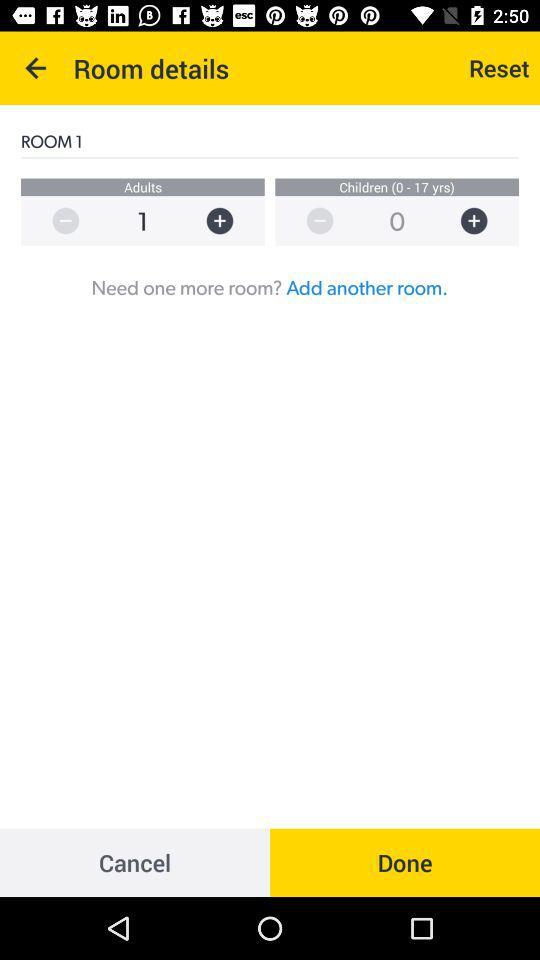  What do you see at coordinates (366, 286) in the screenshot?
I see `add another room. item` at bounding box center [366, 286].